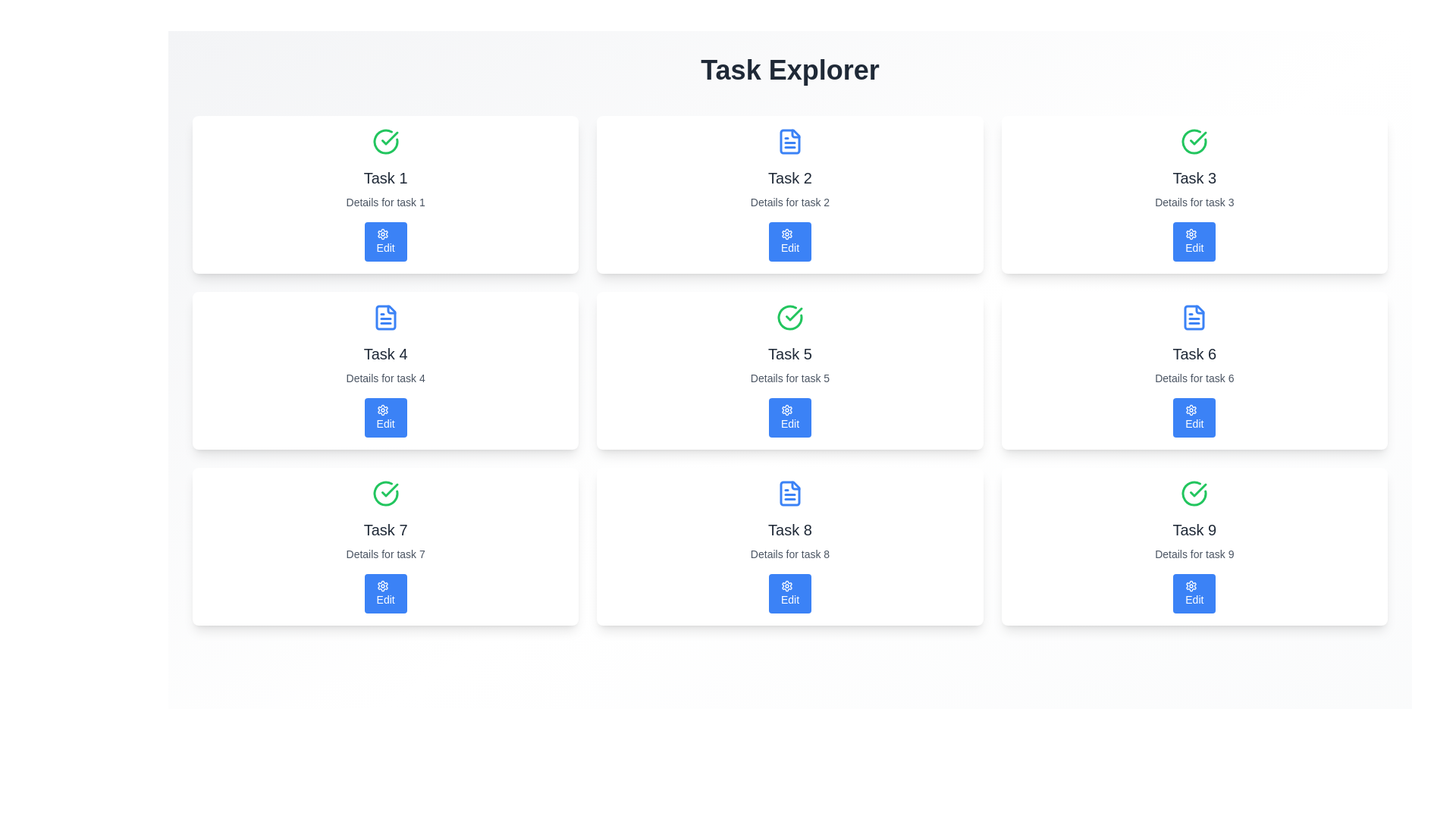  Describe the element at coordinates (1194, 317) in the screenshot. I see `the document icon associated with 'Task 6', which is located in the second row, middle column of the task card` at that location.